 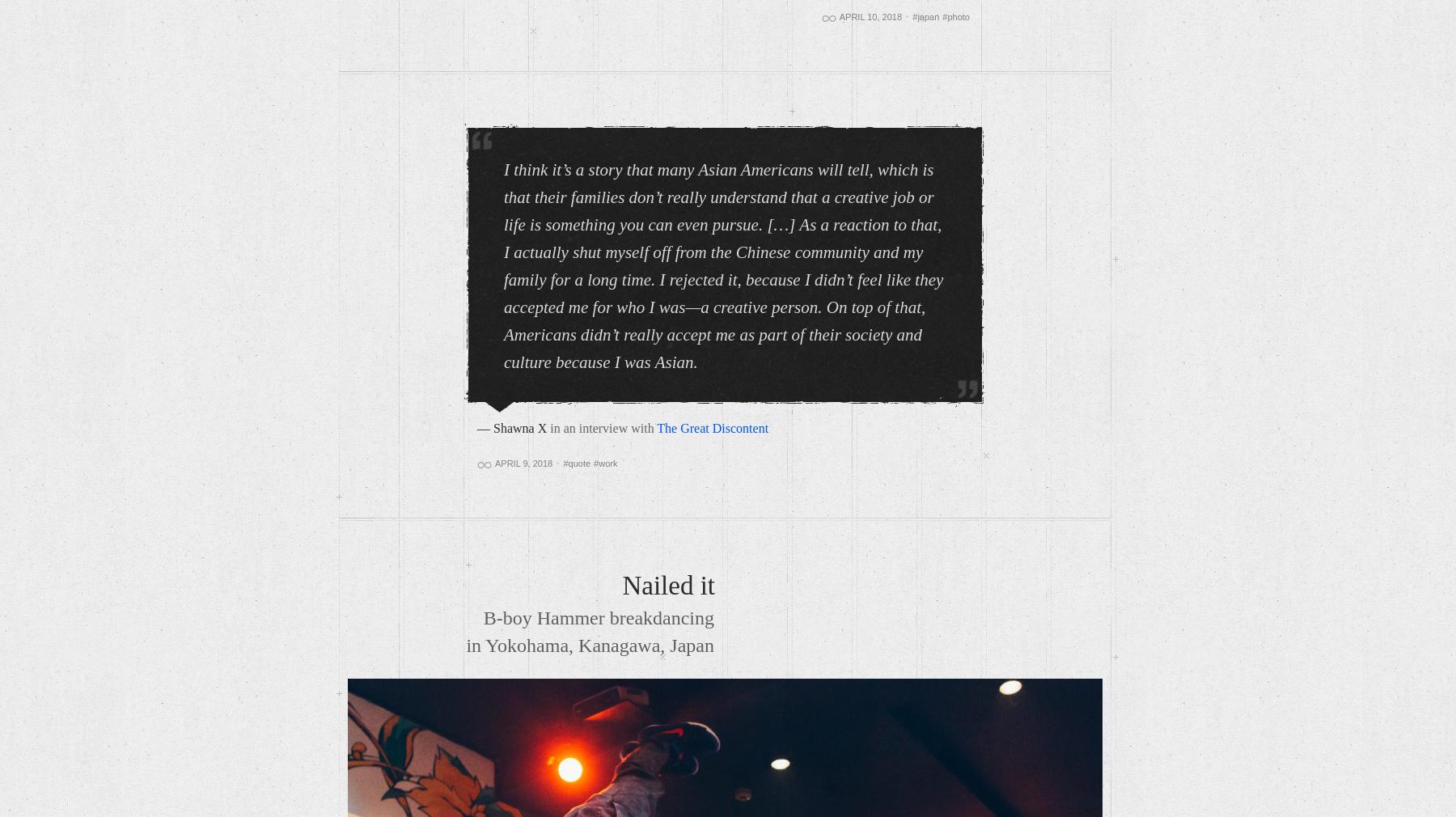 I want to click on 'I think it’s a story that many Asian Americans will tell, which is that their families don’t really understand that a creative job or life is something you can even pursue. […] As a reaction to that, I actually shut myself off from the Chinese community and my family for a long time. I rejected it, because I didn’t feel like they accepted me for who I was—a creative person. On top of that, Americans didn’t really accept me as part of their society and culture because I was Asian.', so click(x=723, y=265).